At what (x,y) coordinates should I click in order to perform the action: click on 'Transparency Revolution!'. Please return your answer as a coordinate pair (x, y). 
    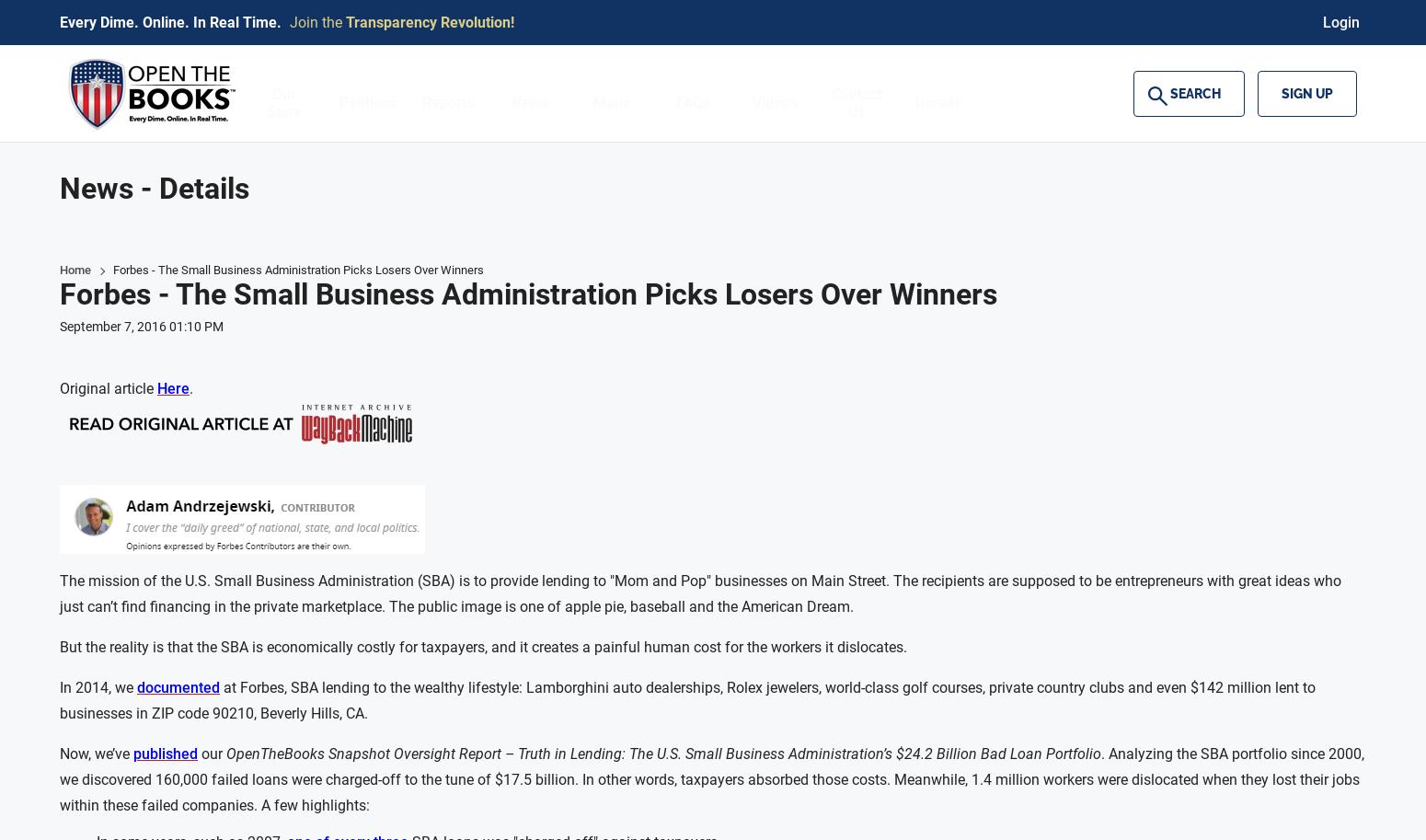
    Looking at the image, I should click on (429, 22).